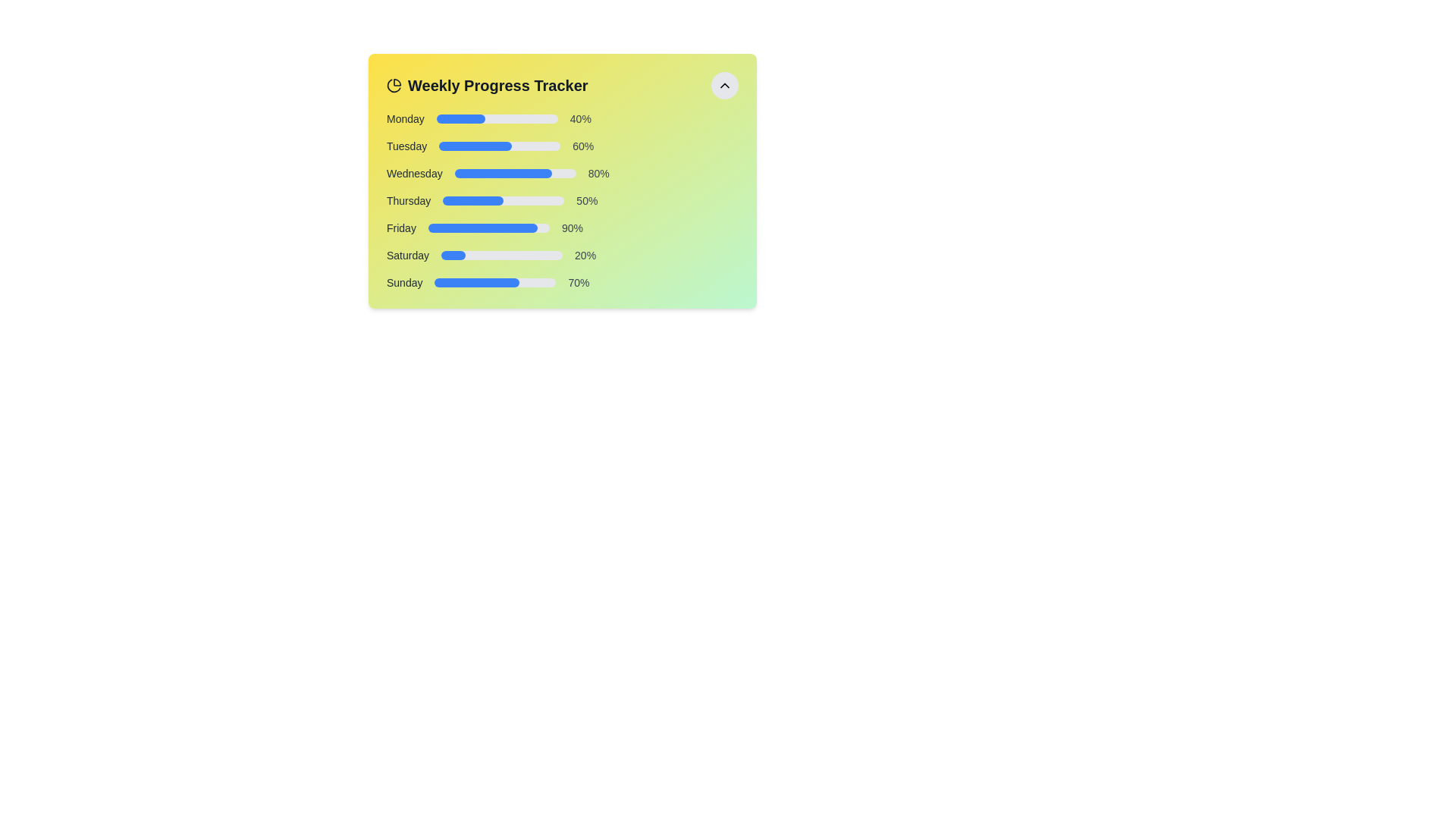 The image size is (1456, 819). I want to click on the purpose of the weekly progress tracking section, so click(562, 85).